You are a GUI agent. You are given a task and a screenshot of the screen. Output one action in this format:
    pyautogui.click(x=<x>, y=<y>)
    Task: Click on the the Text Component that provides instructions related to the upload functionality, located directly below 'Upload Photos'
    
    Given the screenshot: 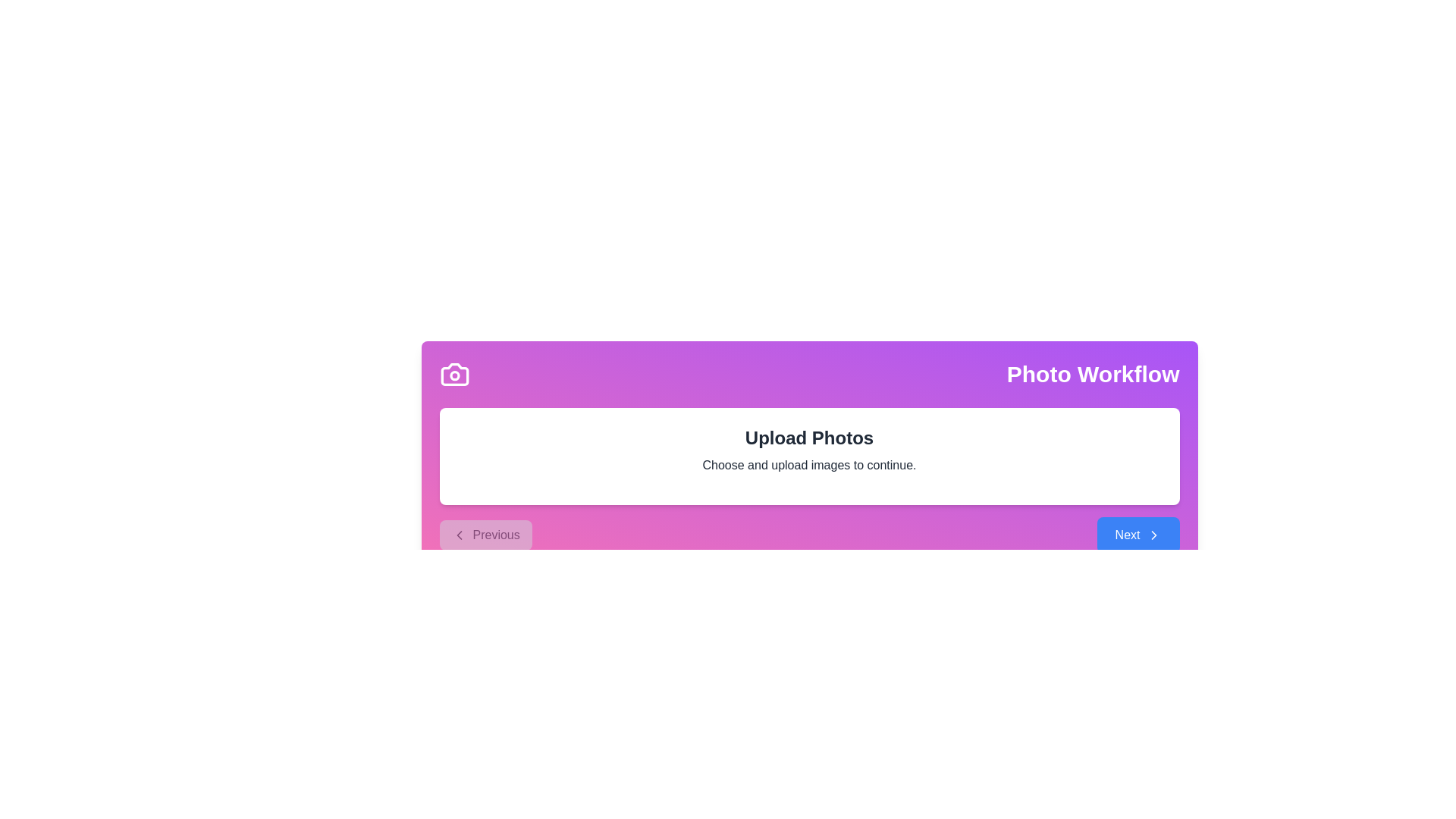 What is the action you would take?
    pyautogui.click(x=808, y=464)
    